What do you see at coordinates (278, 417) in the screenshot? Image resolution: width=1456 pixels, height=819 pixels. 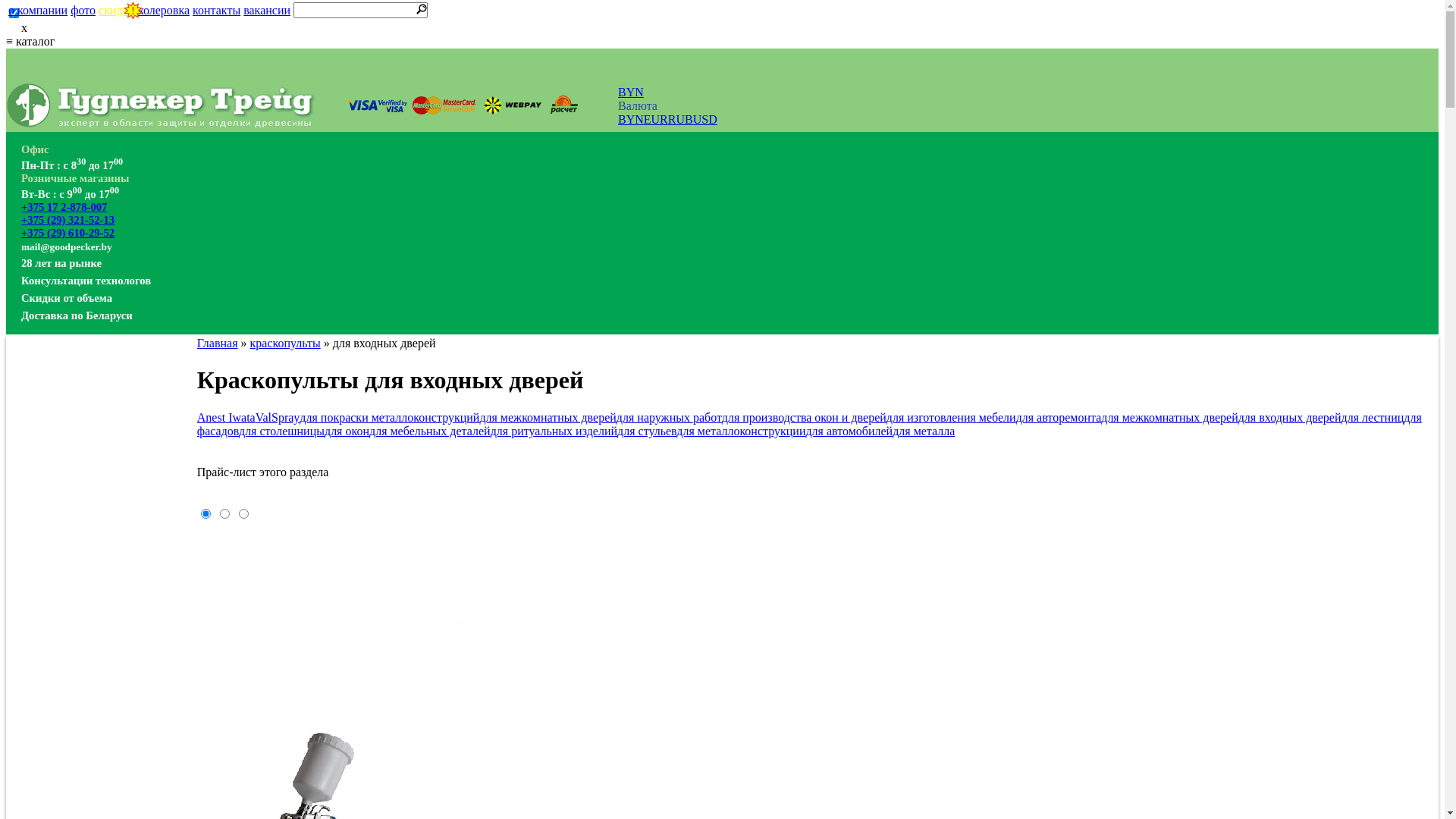 I see `'ValSpray'` at bounding box center [278, 417].